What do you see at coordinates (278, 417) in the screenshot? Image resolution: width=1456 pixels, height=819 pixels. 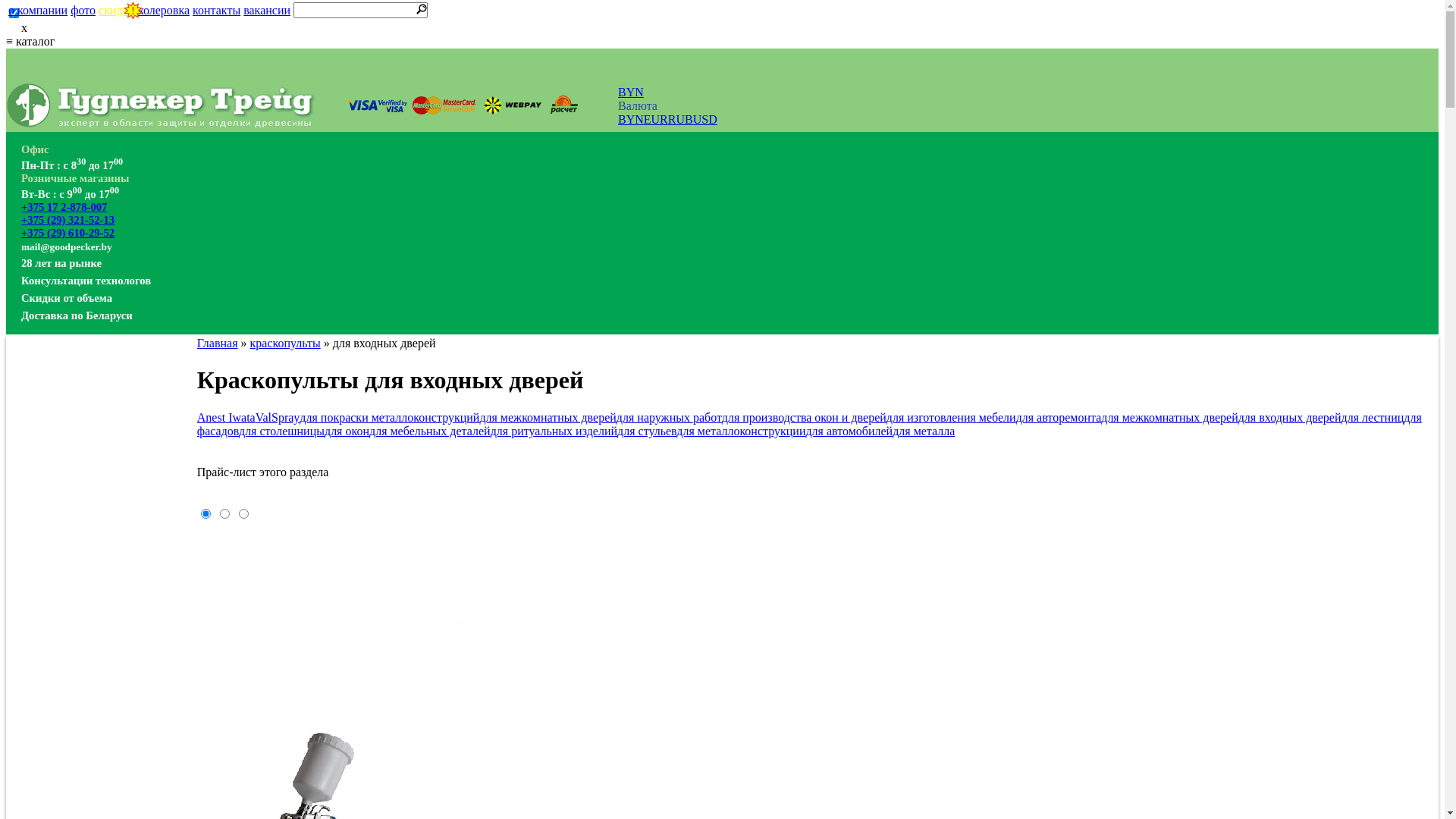 I see `'ValSpray'` at bounding box center [278, 417].